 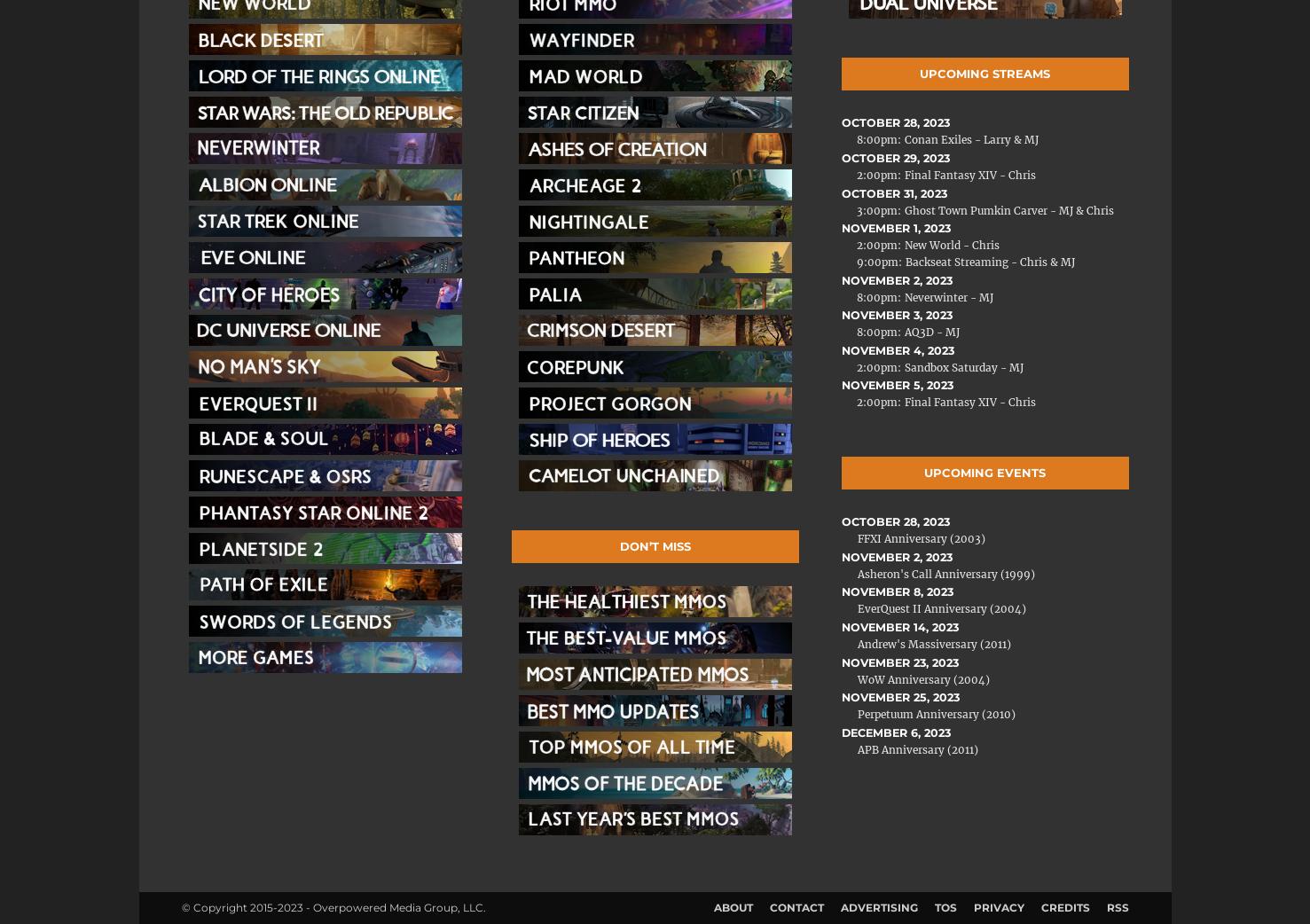 What do you see at coordinates (916, 748) in the screenshot?
I see `'APB Anniversary (2011)'` at bounding box center [916, 748].